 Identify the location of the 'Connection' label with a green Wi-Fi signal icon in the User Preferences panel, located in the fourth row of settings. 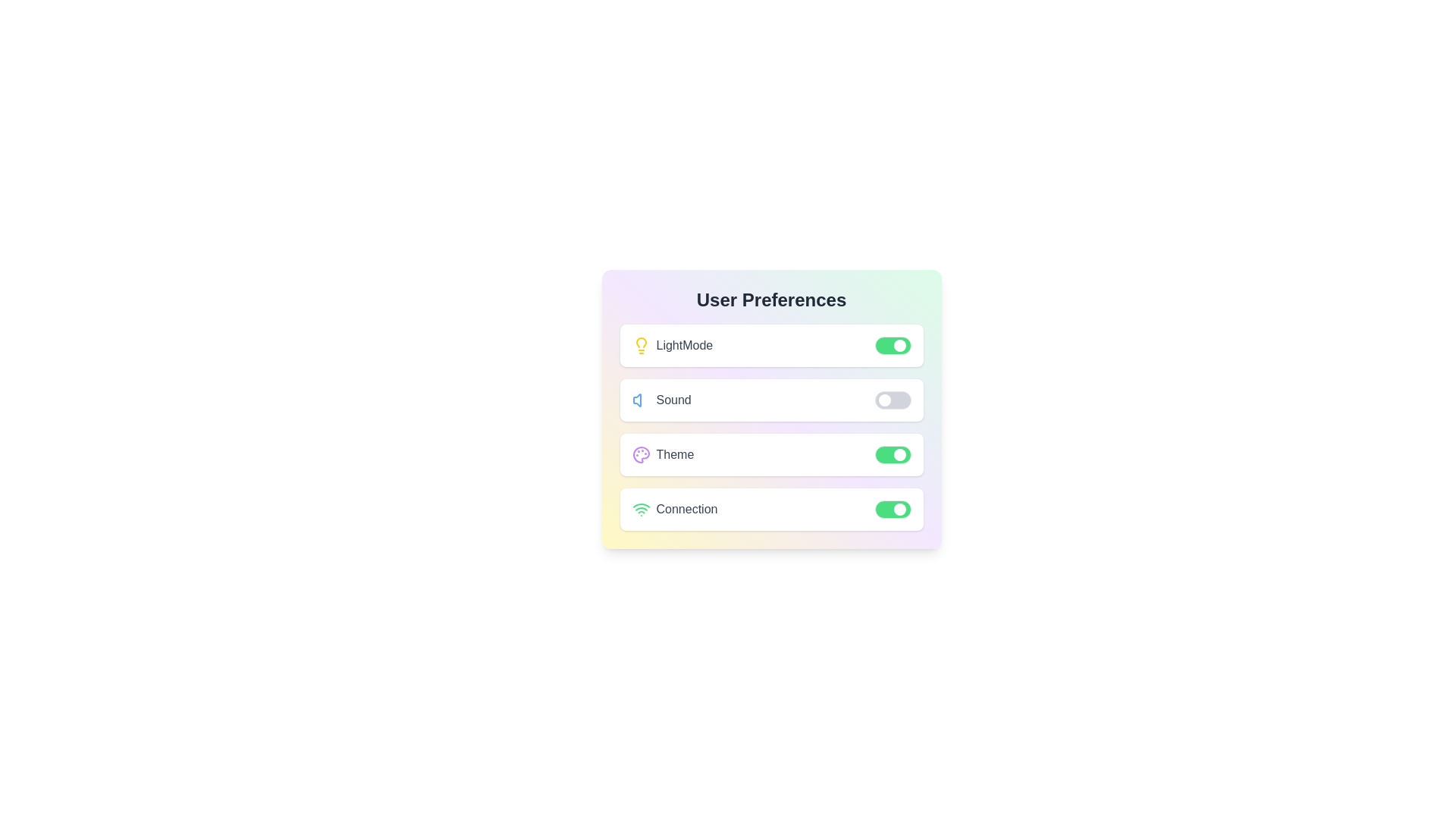
(673, 509).